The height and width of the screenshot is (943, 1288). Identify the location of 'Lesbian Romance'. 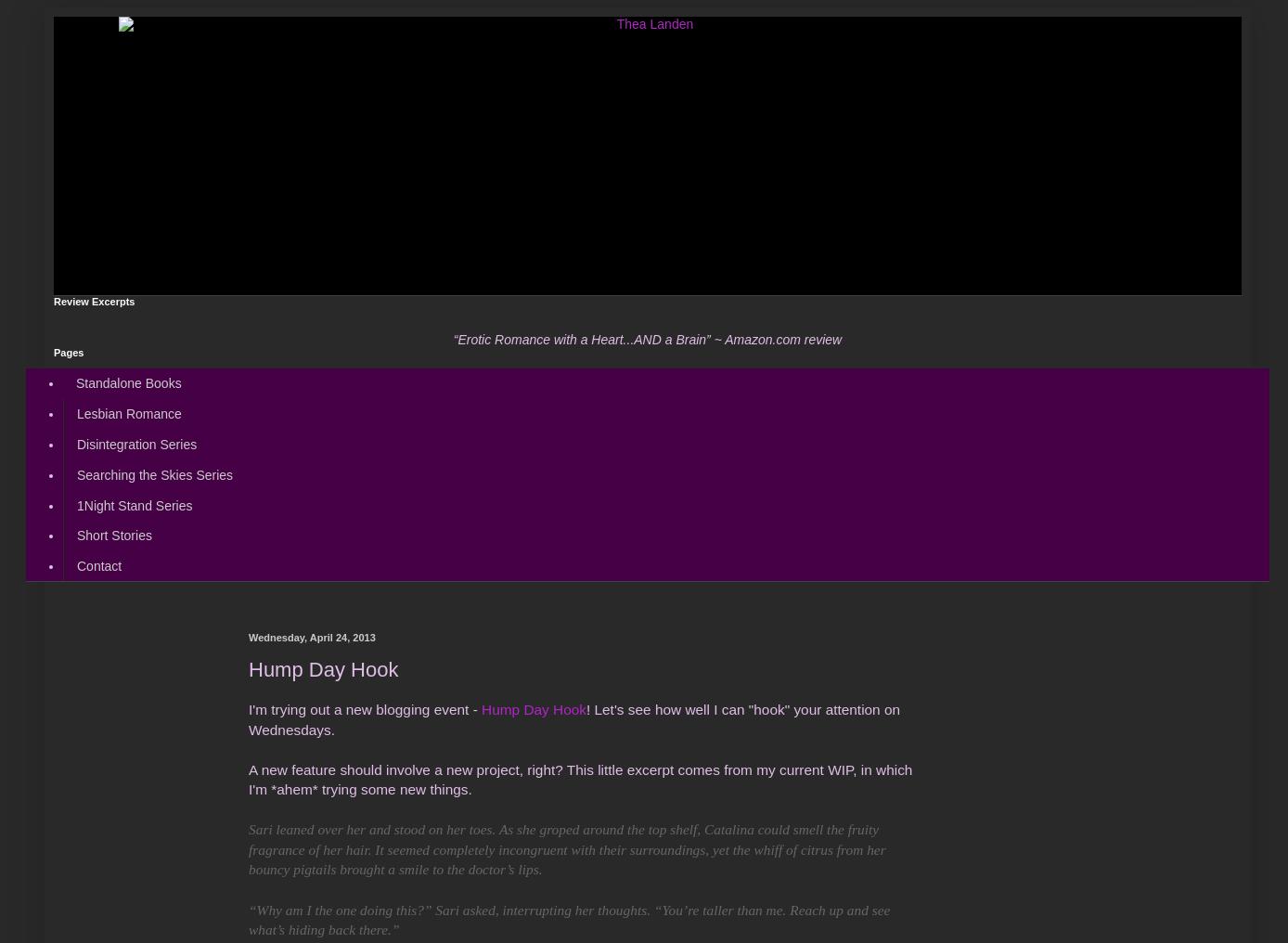
(128, 414).